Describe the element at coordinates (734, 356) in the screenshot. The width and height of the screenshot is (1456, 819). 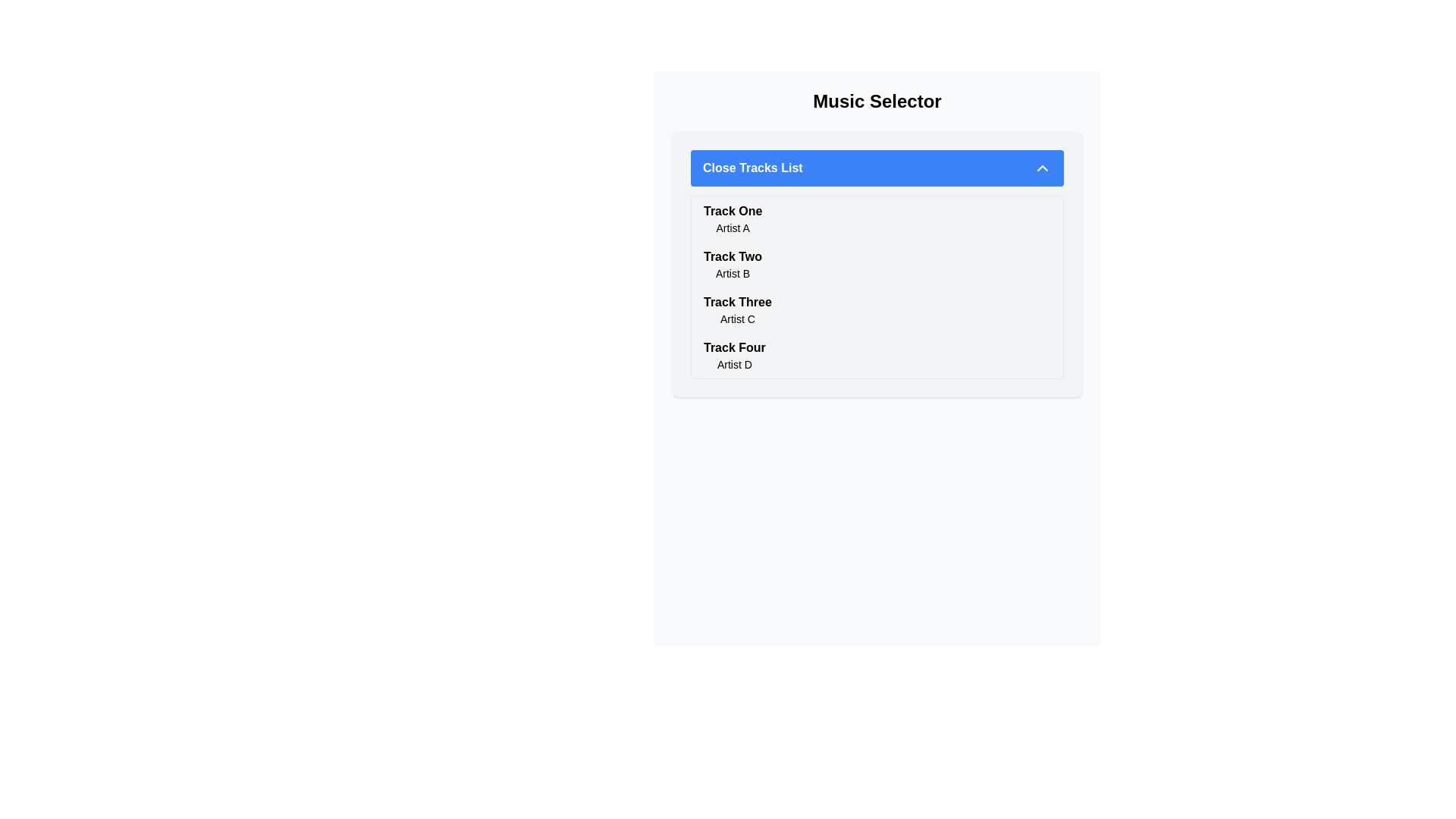
I see `the text label displaying information about the last music track and its artist` at that location.